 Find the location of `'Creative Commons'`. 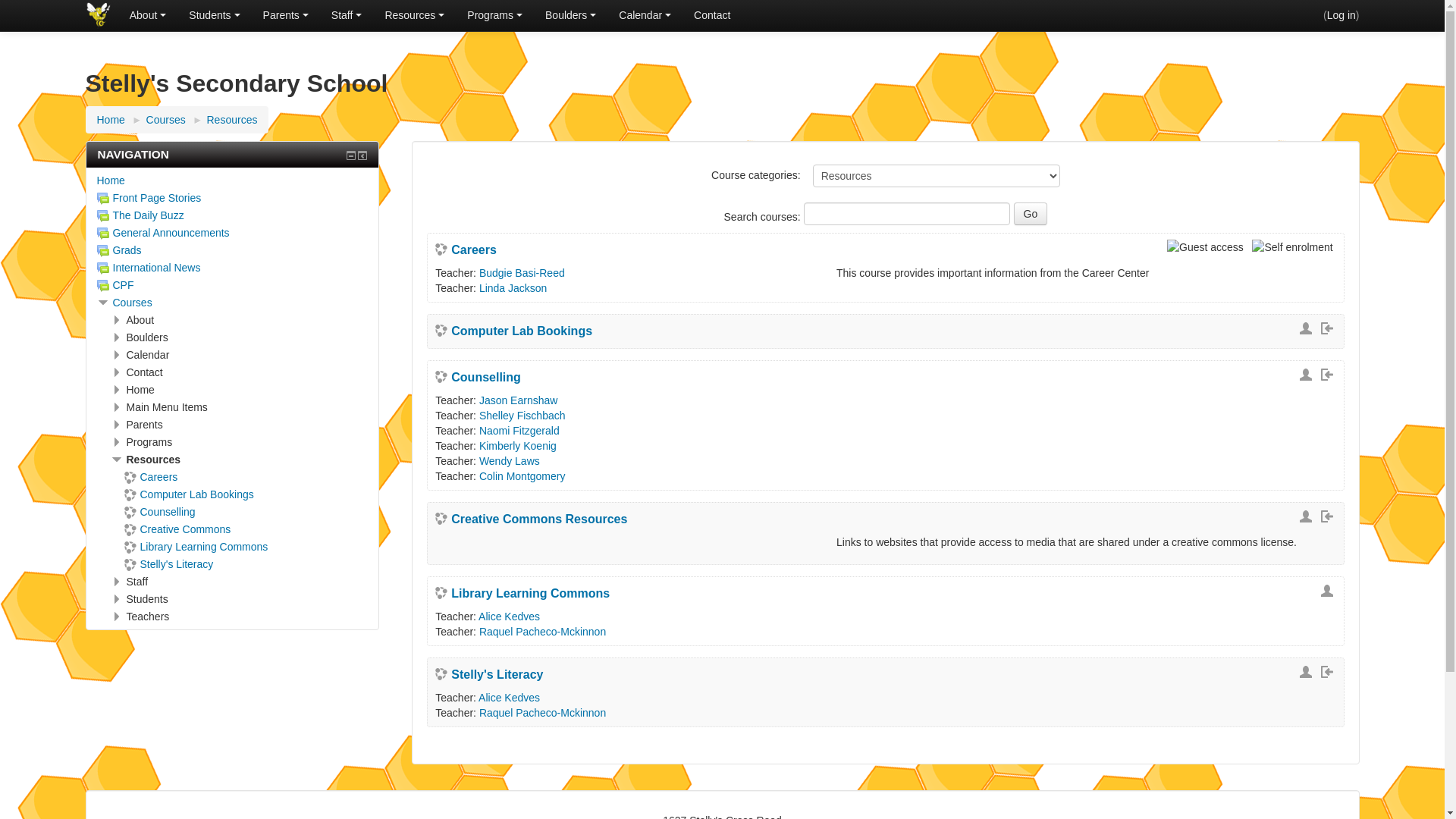

'Creative Commons' is located at coordinates (177, 529).